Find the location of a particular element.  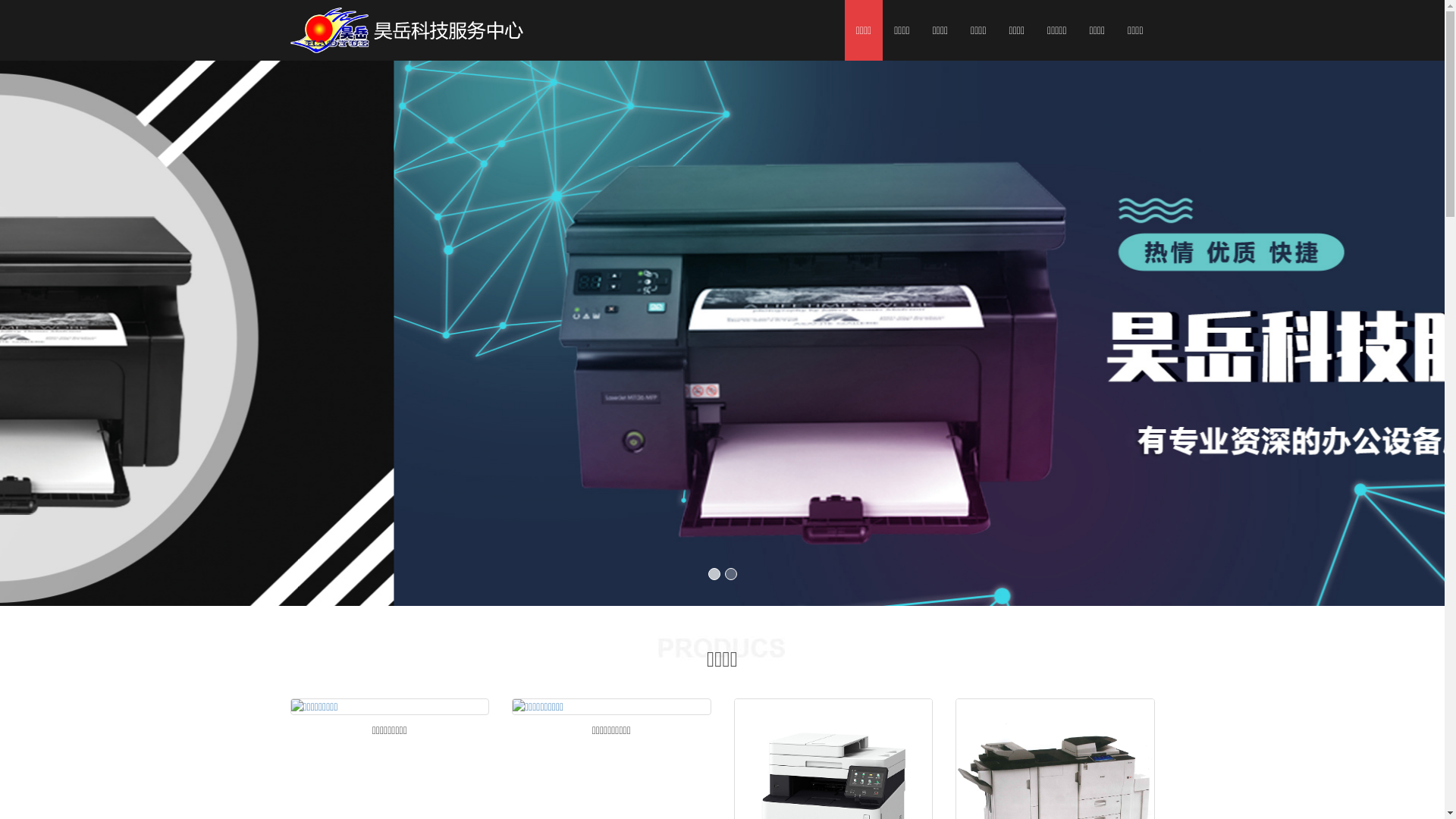

'2' is located at coordinates (723, 573).